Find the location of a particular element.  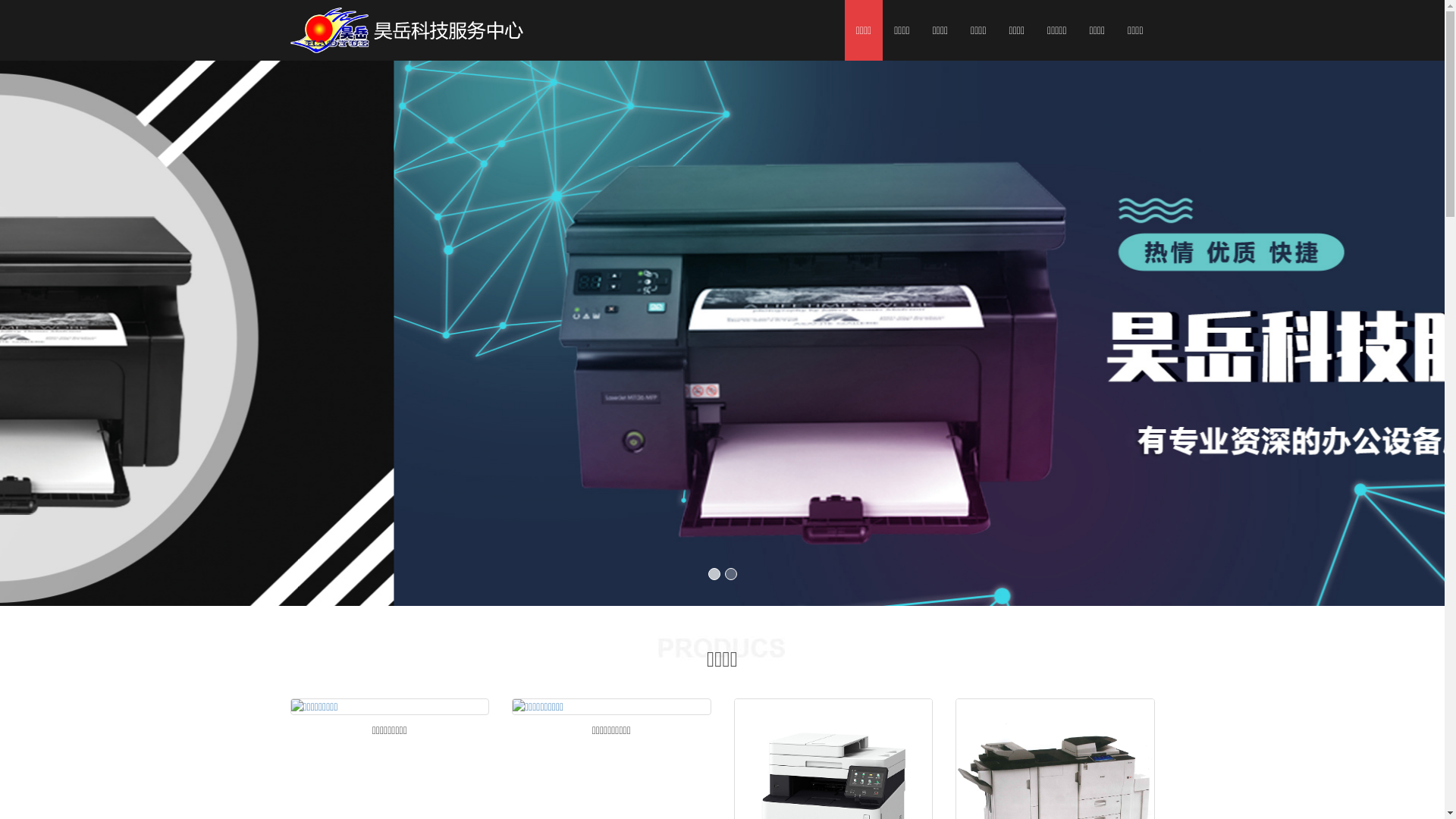

'2' is located at coordinates (723, 573).